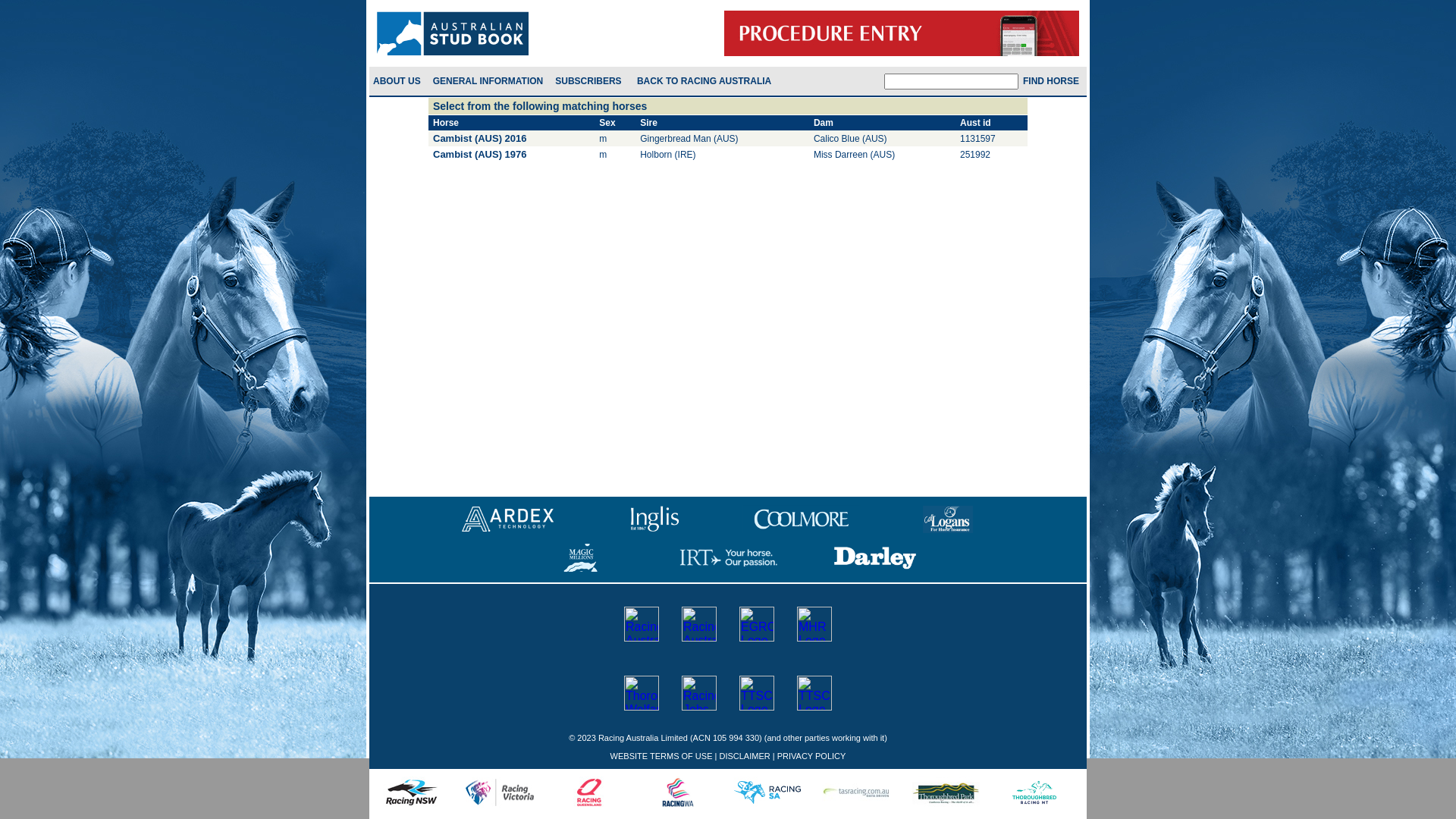  What do you see at coordinates (777, 755) in the screenshot?
I see `'PRIVACY POLICY'` at bounding box center [777, 755].